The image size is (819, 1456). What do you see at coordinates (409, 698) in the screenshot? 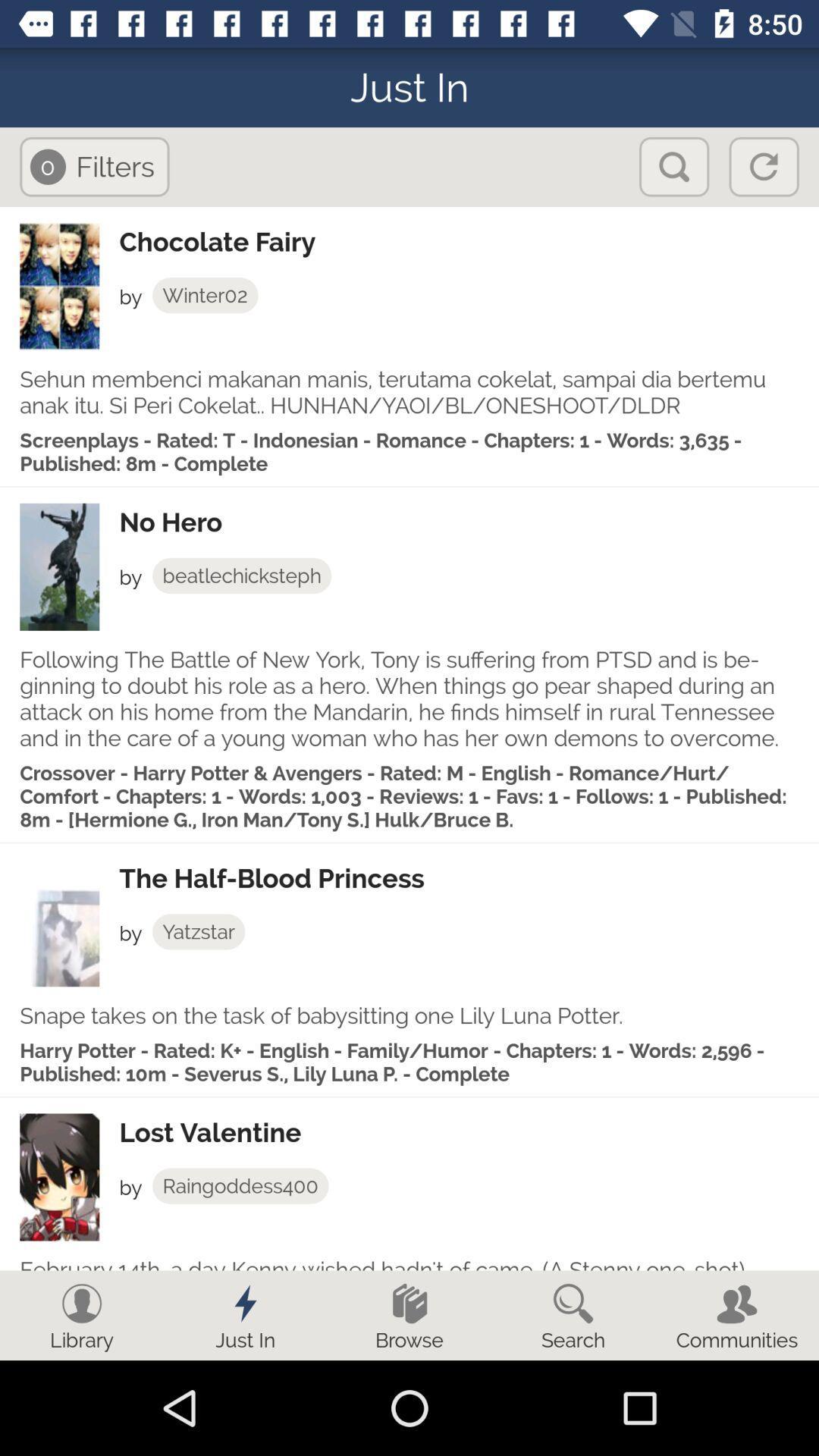
I see `following the battle item` at bounding box center [409, 698].